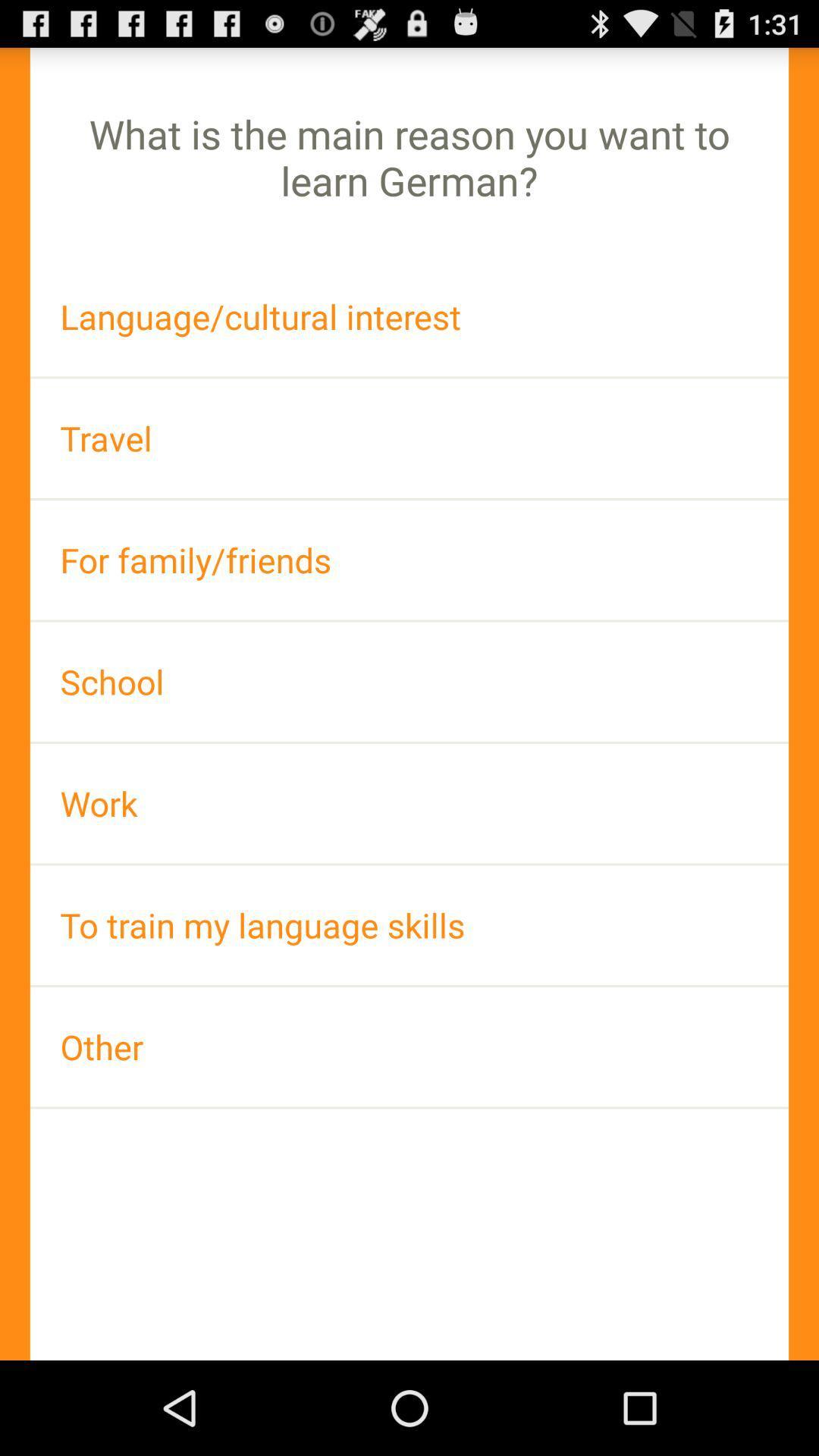  I want to click on the item above for family/friends icon, so click(409, 438).